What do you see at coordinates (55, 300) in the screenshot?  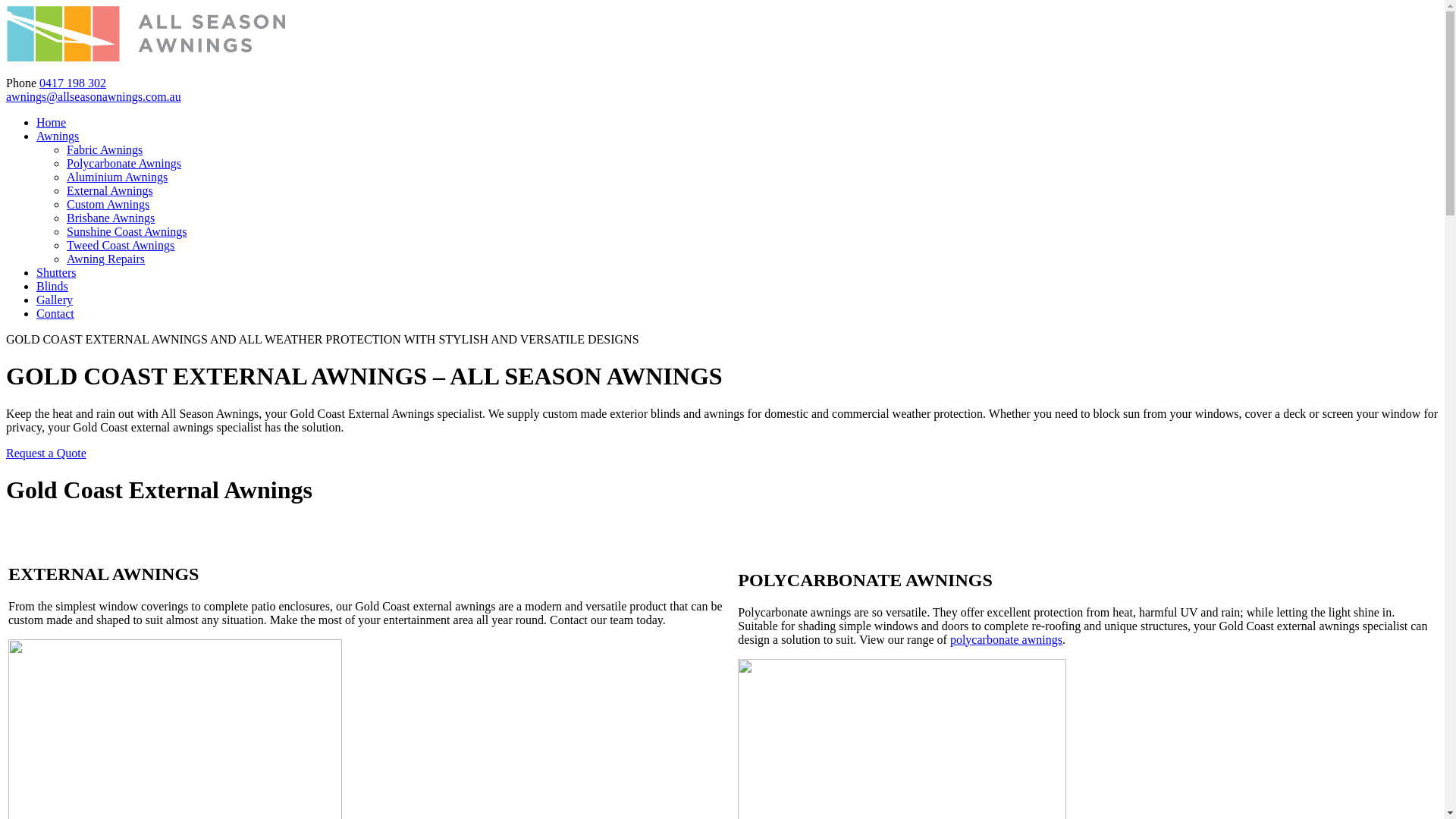 I see `'Gallery'` at bounding box center [55, 300].